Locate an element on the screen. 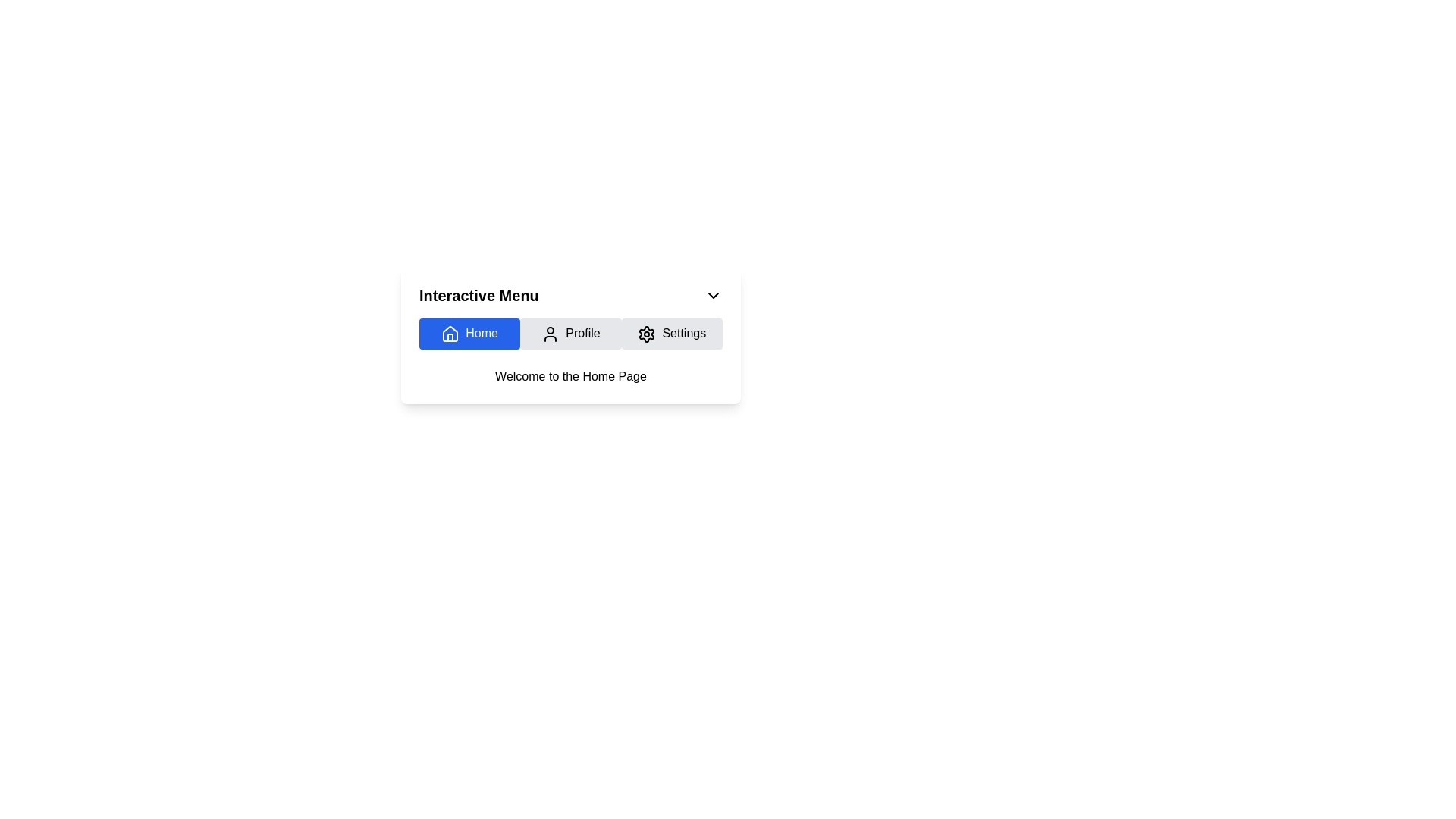 This screenshot has height=819, width=1456. the home navigation button located at the top left of the interactive menu to observe any hover effects is located at coordinates (469, 333).